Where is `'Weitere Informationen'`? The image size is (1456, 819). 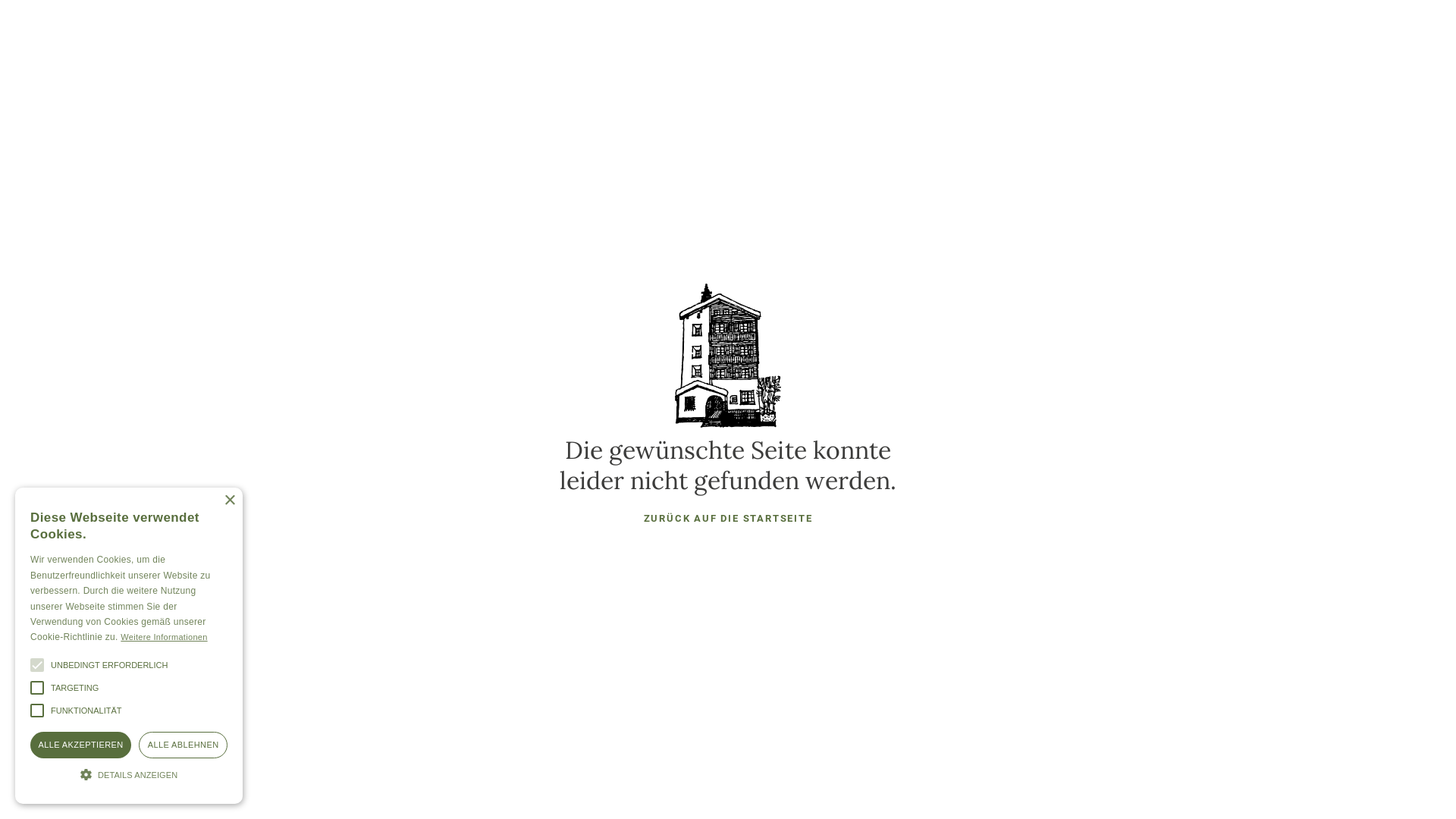 'Weitere Informationen' is located at coordinates (119, 637).